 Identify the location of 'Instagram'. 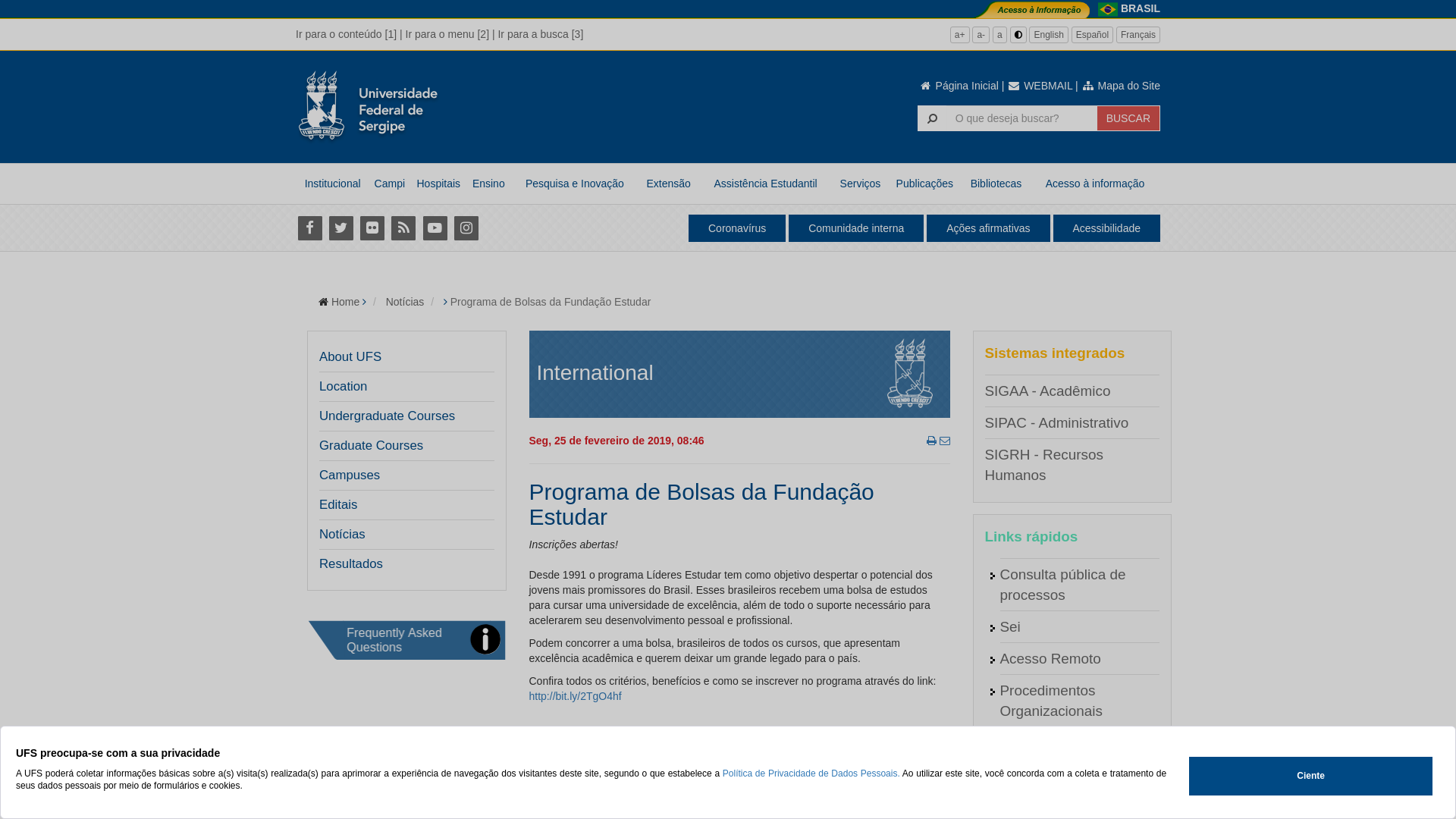
(465, 227).